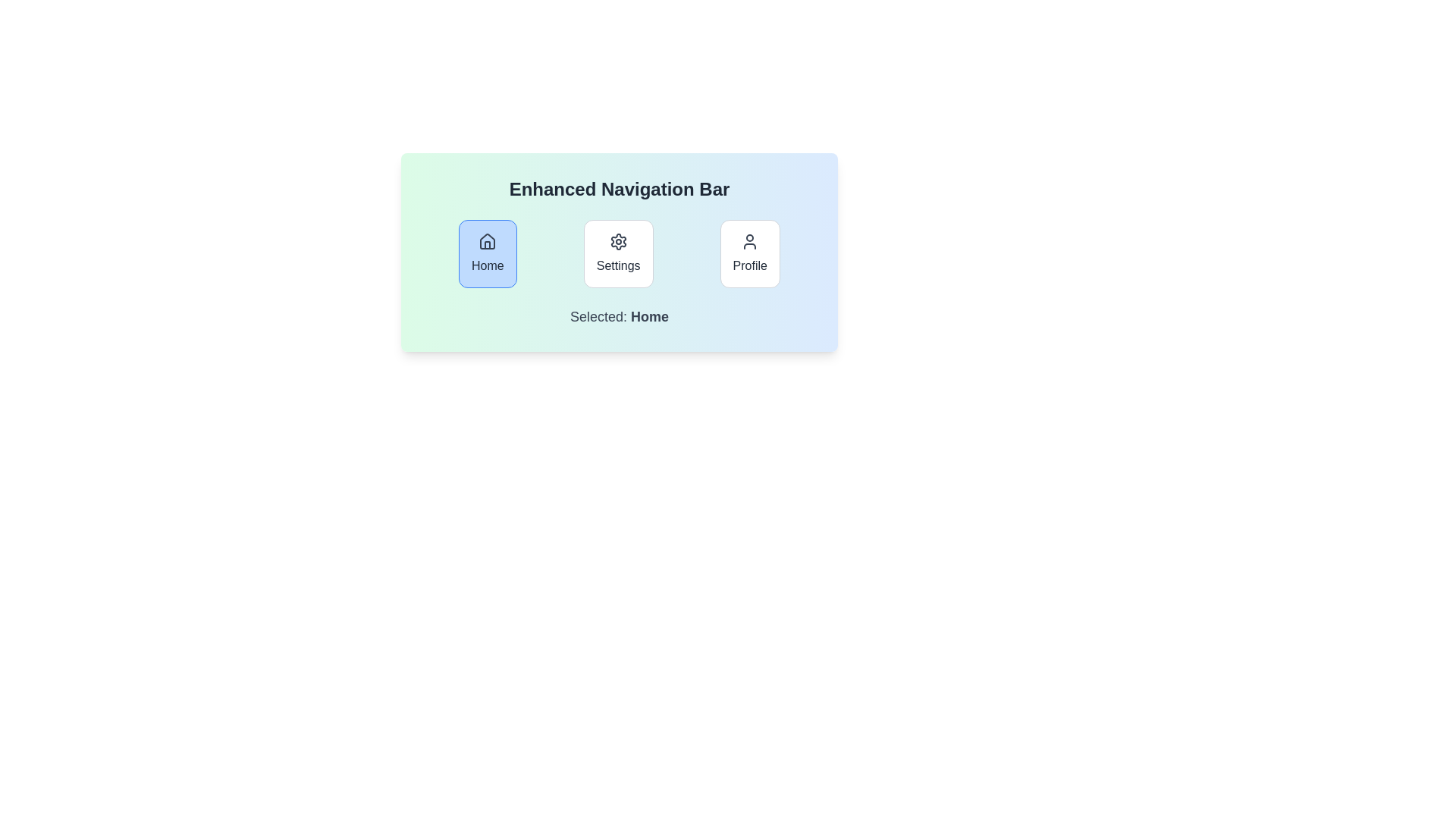 This screenshot has height=819, width=1456. What do you see at coordinates (488, 244) in the screenshot?
I see `the Decorative icon element, which is a small part of the house icon located within the 'Home' button in the navigation bar` at bounding box center [488, 244].